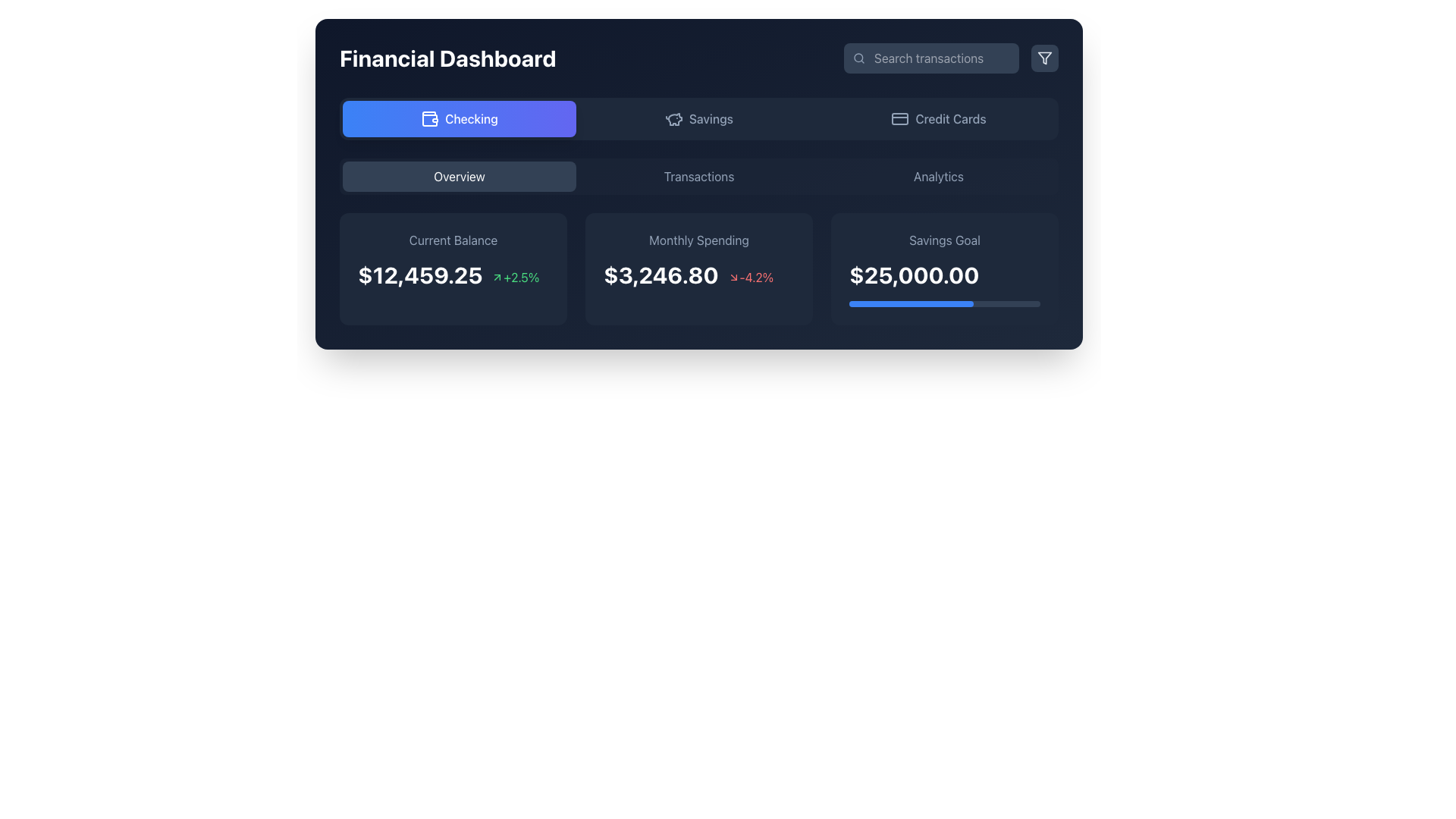 The height and width of the screenshot is (819, 1456). I want to click on the 'Monthly Spending' block, so click(698, 268).